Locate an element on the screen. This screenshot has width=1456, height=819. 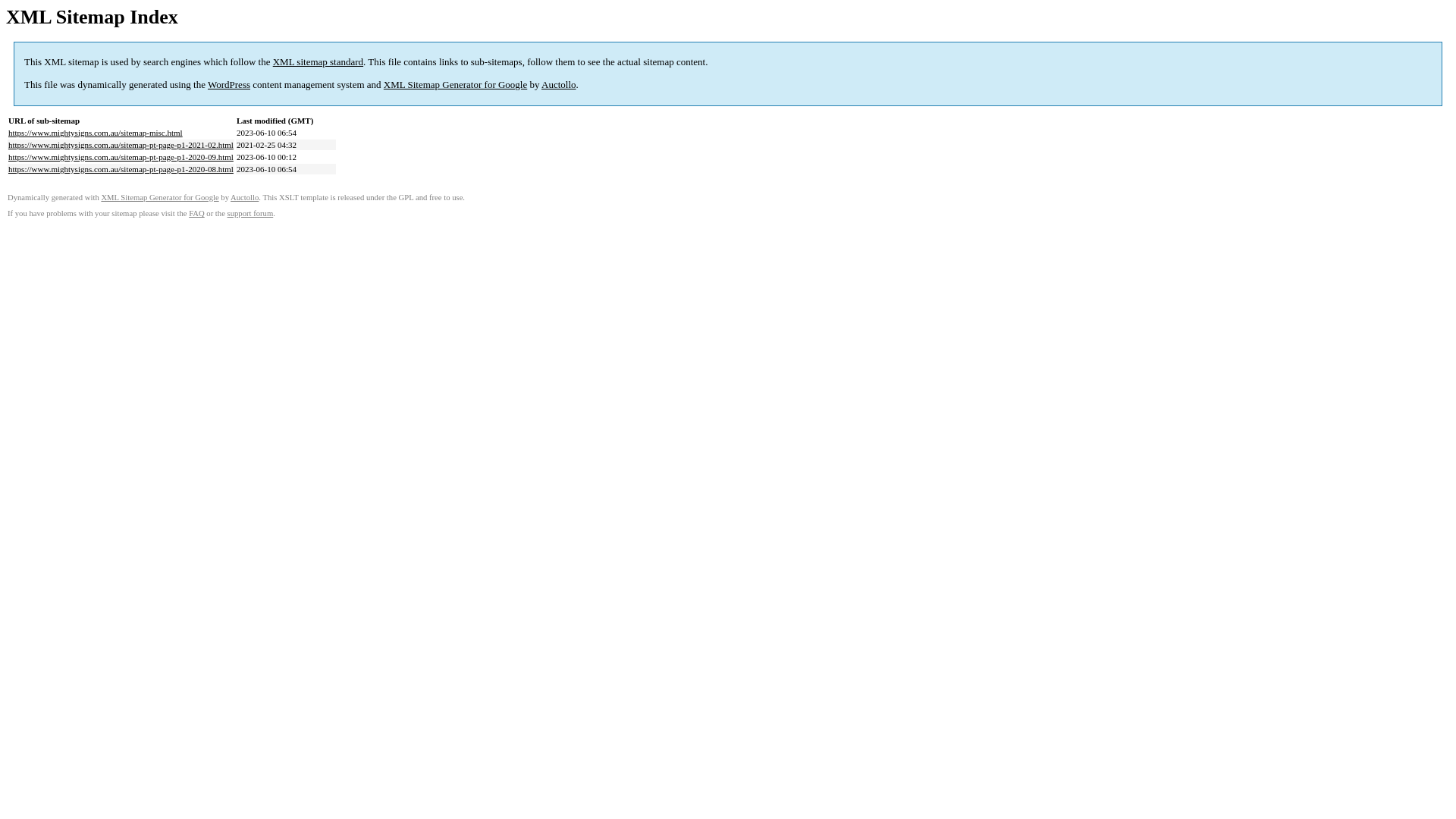
'XML sitemap standard' is located at coordinates (317, 61).